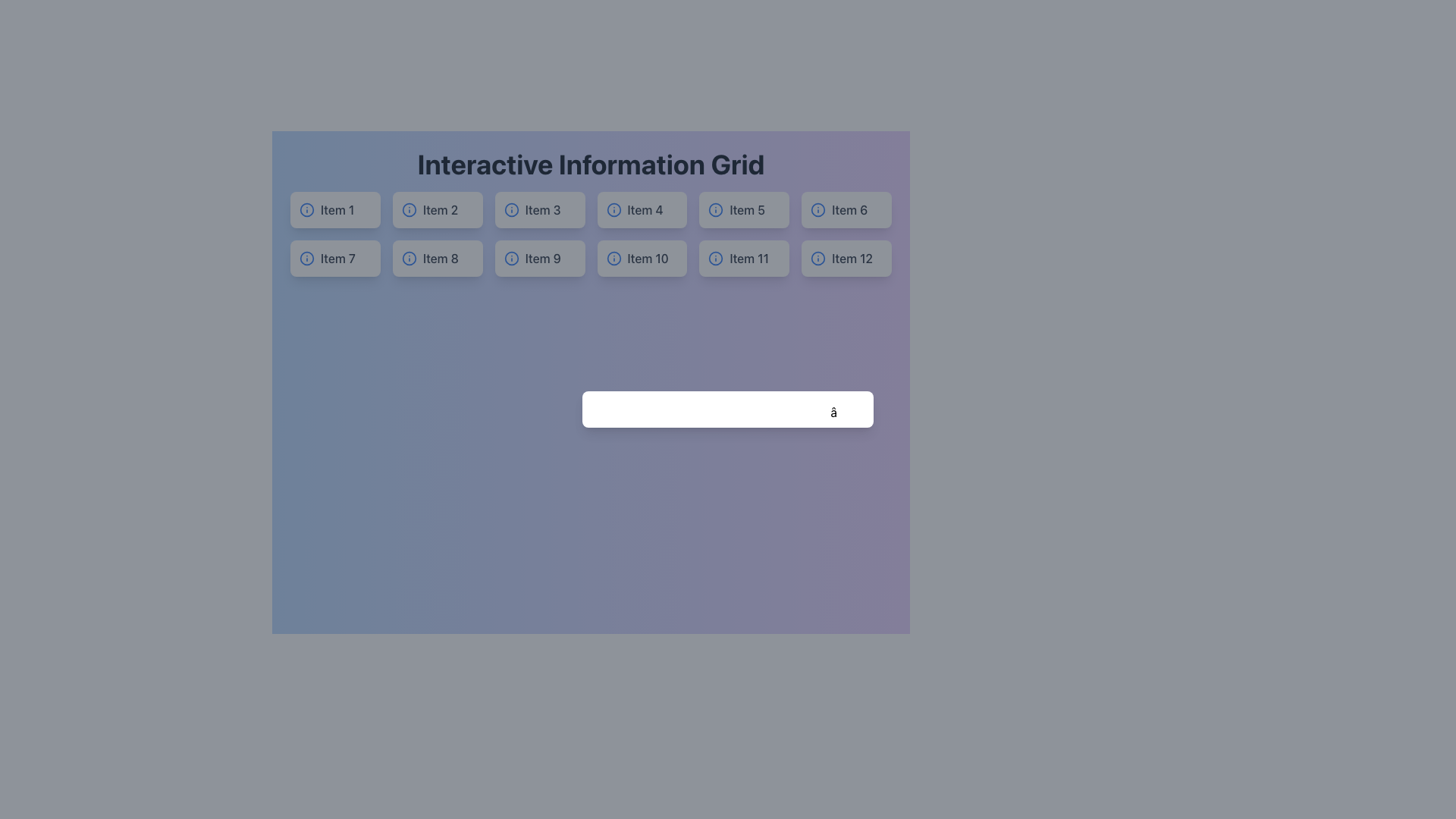 The height and width of the screenshot is (819, 1456). What do you see at coordinates (715, 257) in the screenshot?
I see `the Decorative SVG circle that serves as a symbolic aspect of the icon for 'Item 11', located in the second row, second column from the right in the grid structure` at bounding box center [715, 257].